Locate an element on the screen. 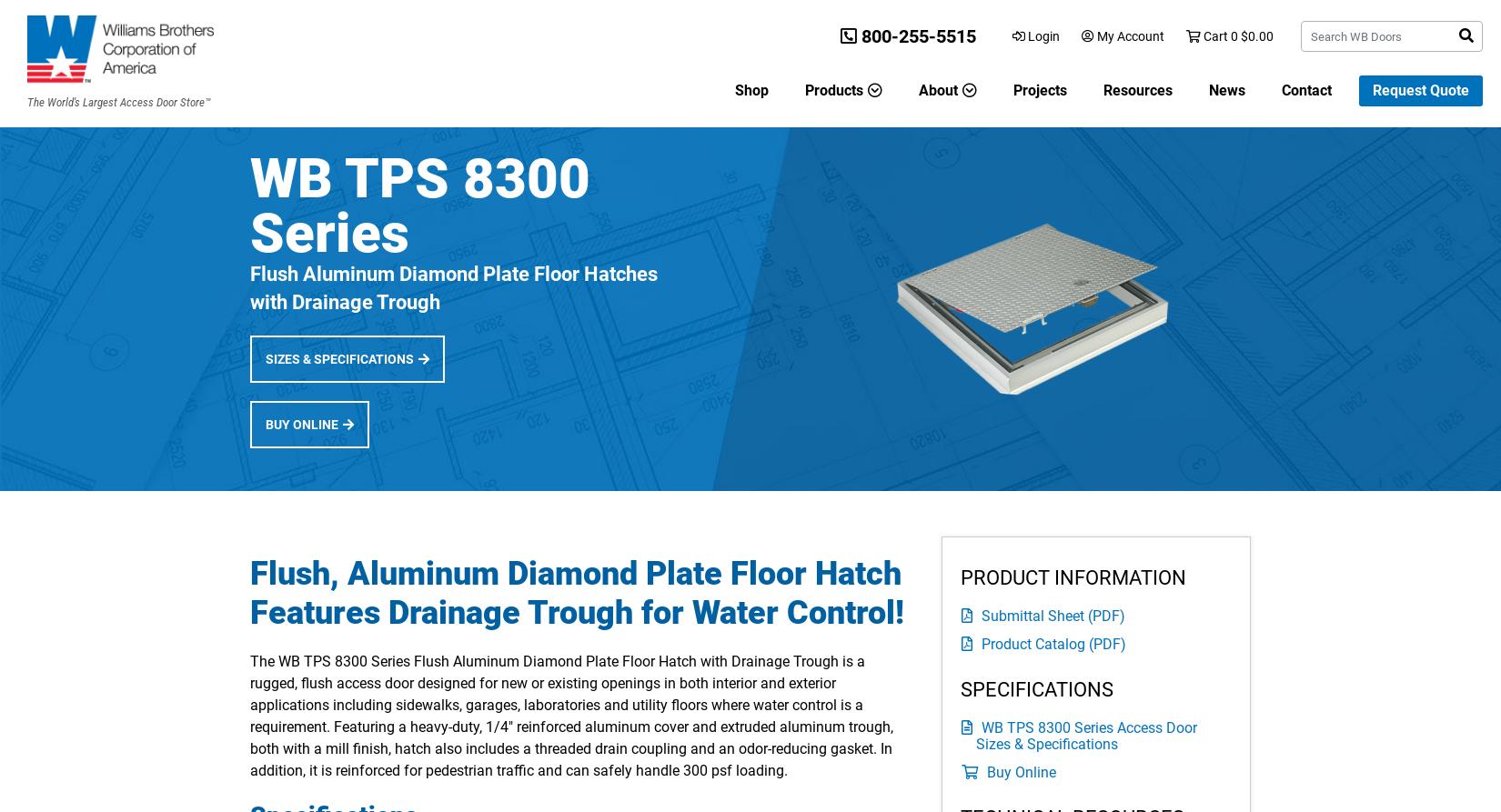  'WB TPS 8300 Series Access Door Sizes & Specifications' is located at coordinates (1086, 734).